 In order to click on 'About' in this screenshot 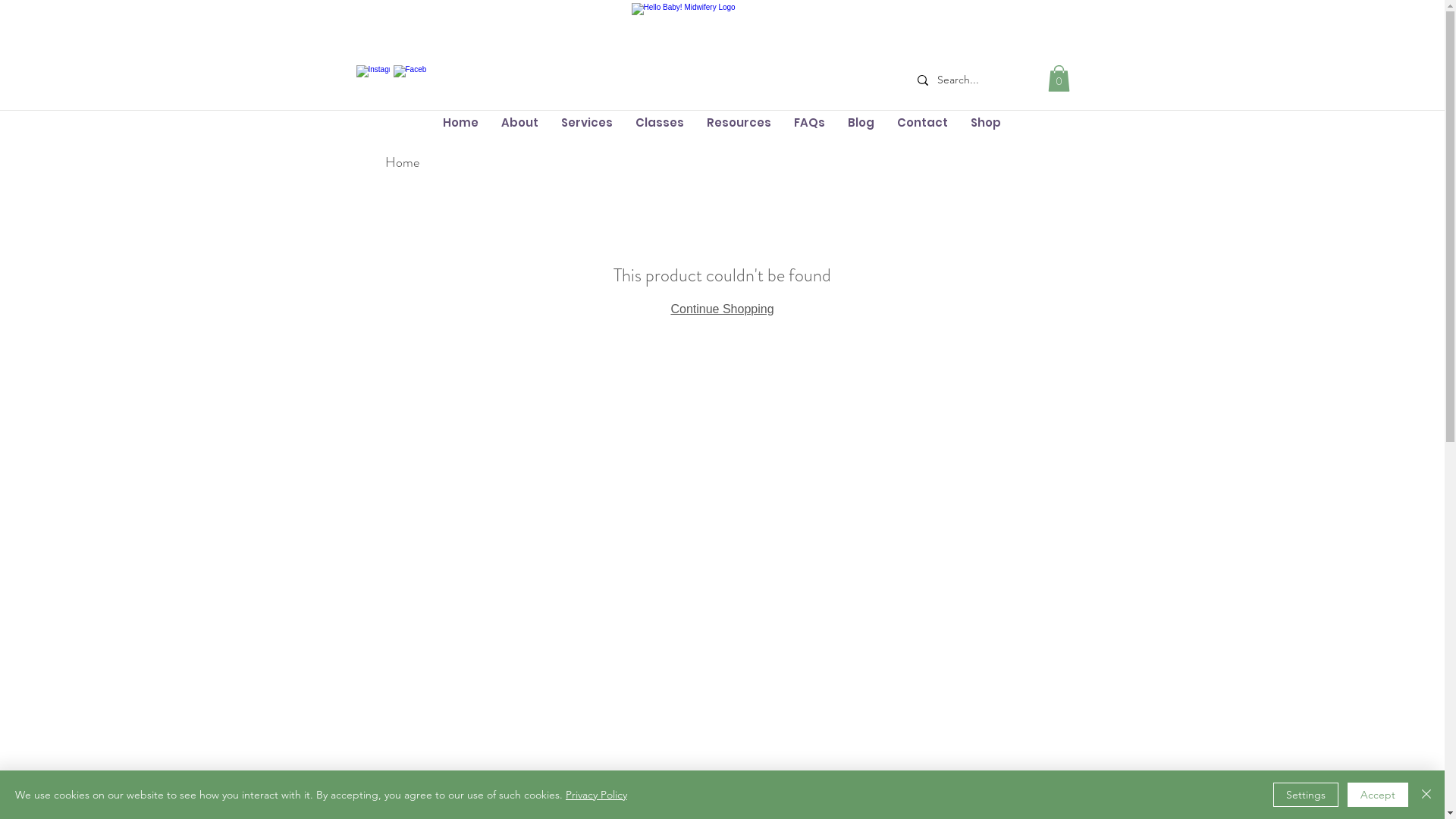, I will do `click(519, 121)`.